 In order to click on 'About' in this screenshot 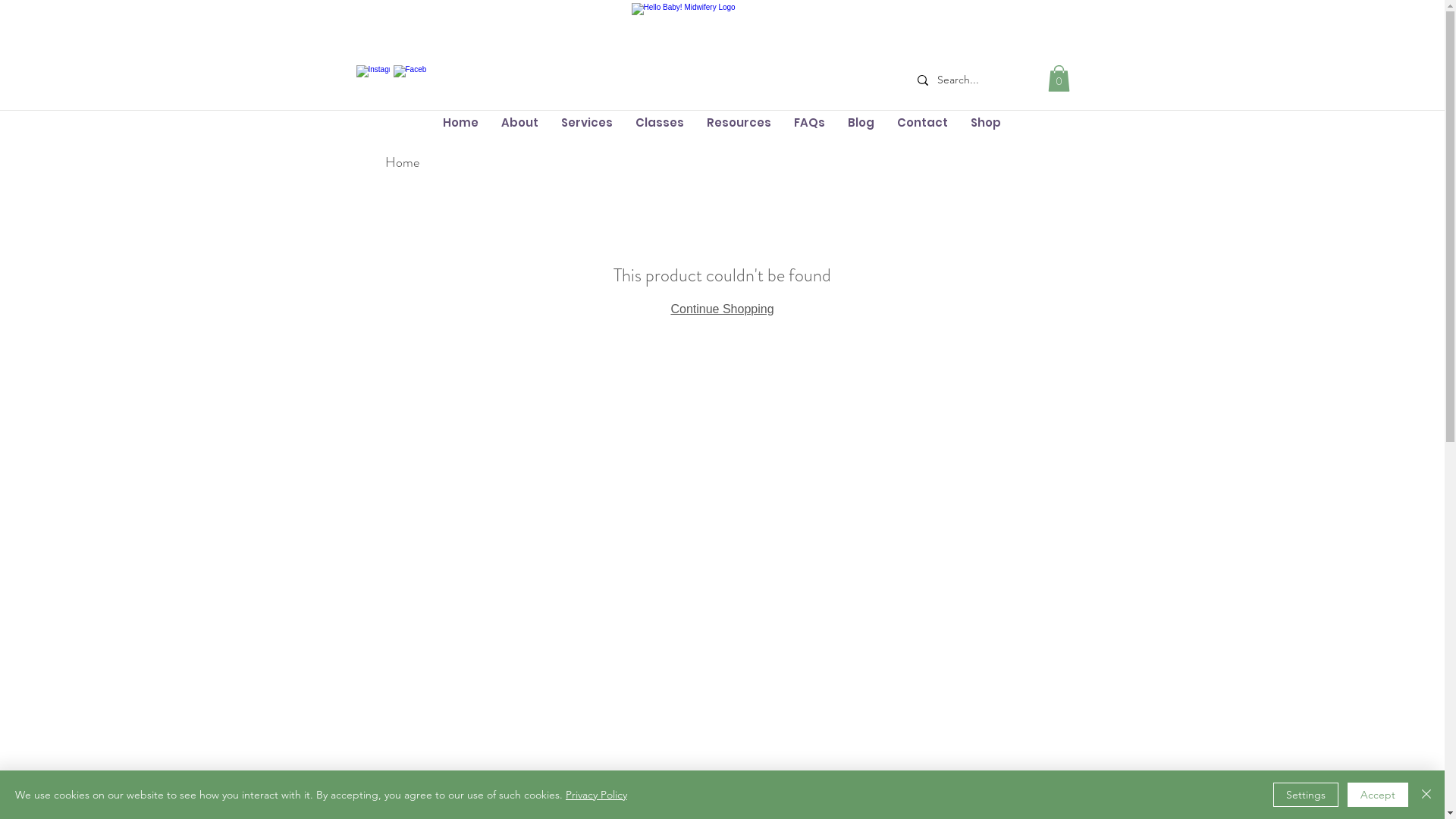, I will do `click(519, 121)`.